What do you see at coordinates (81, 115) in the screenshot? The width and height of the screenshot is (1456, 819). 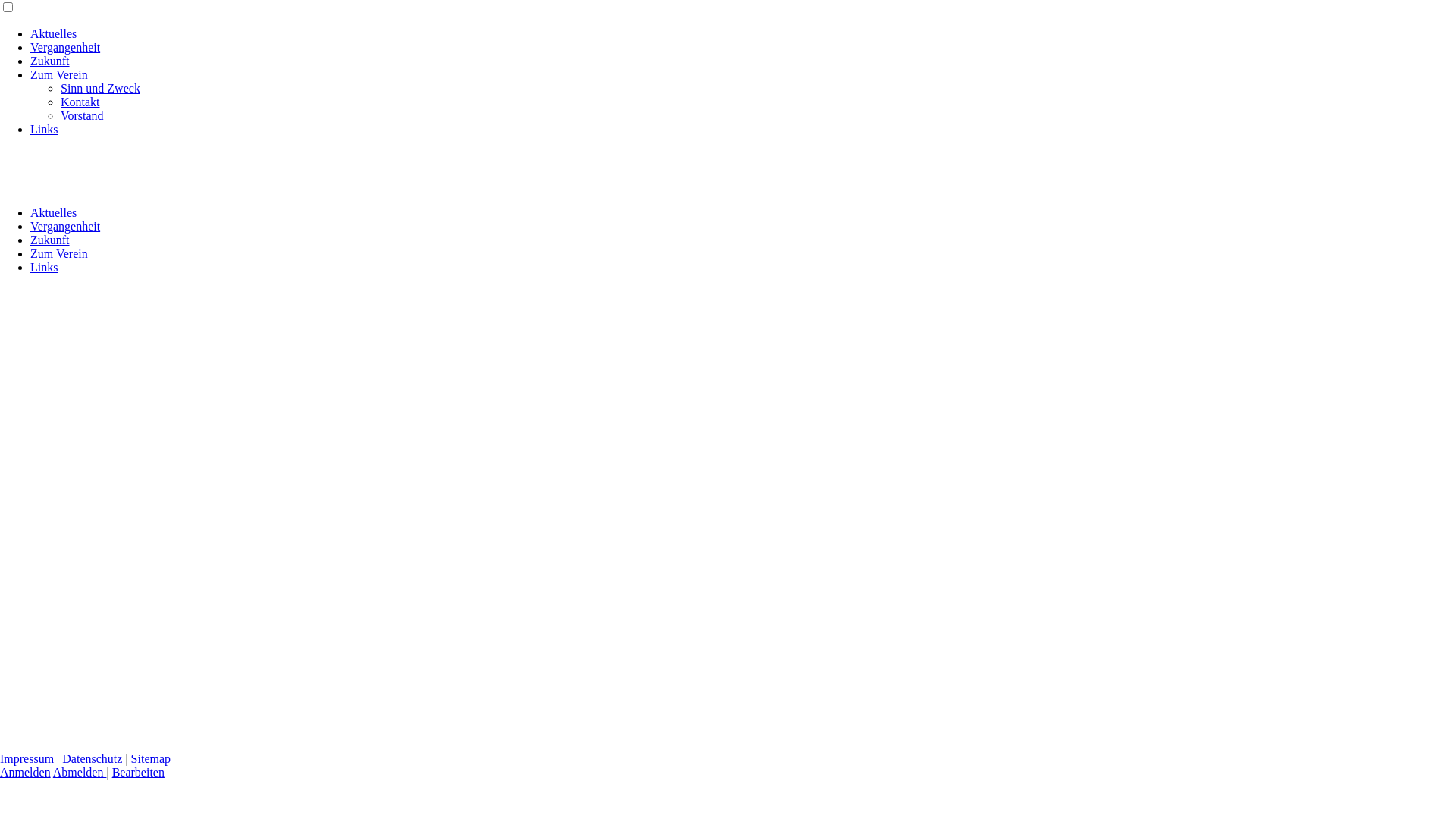 I see `'Vorstand'` at bounding box center [81, 115].